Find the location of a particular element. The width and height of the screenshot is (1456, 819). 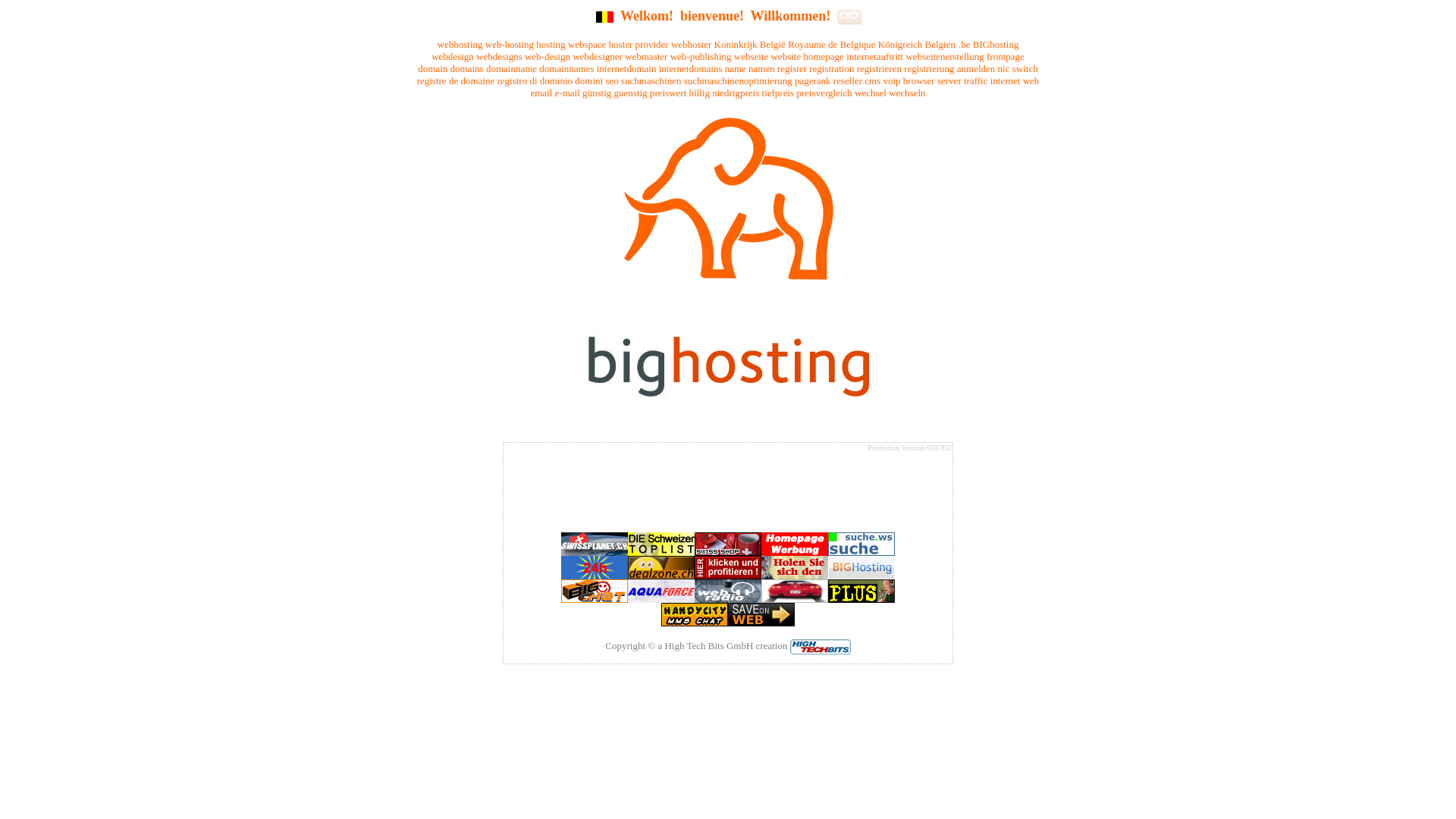

'a High Tech Bits GmbH creation' is located at coordinates (721, 645).